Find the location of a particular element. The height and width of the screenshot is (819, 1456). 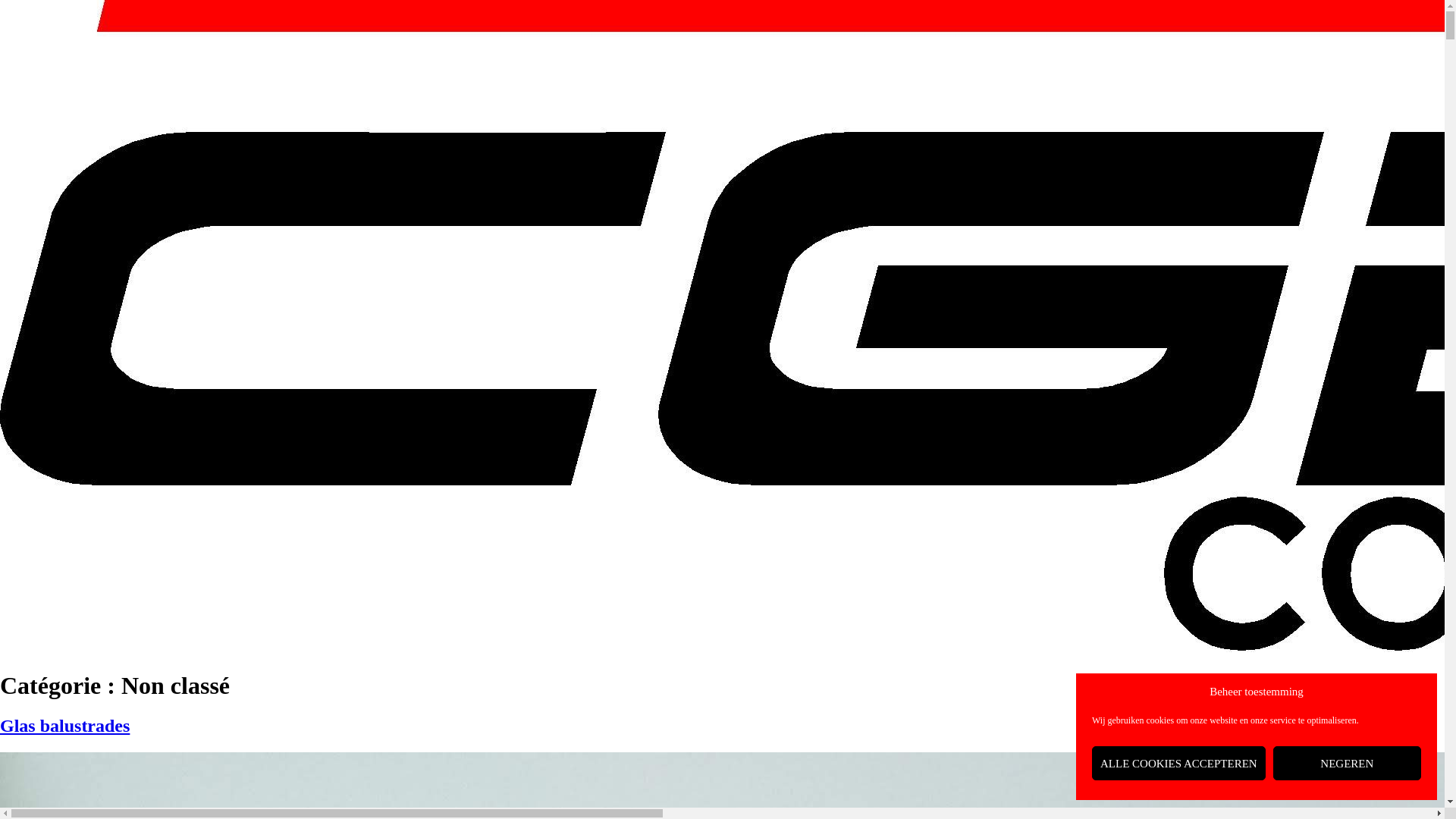

'ALLE COOKIES ACCEPTEREN' is located at coordinates (1092, 763).